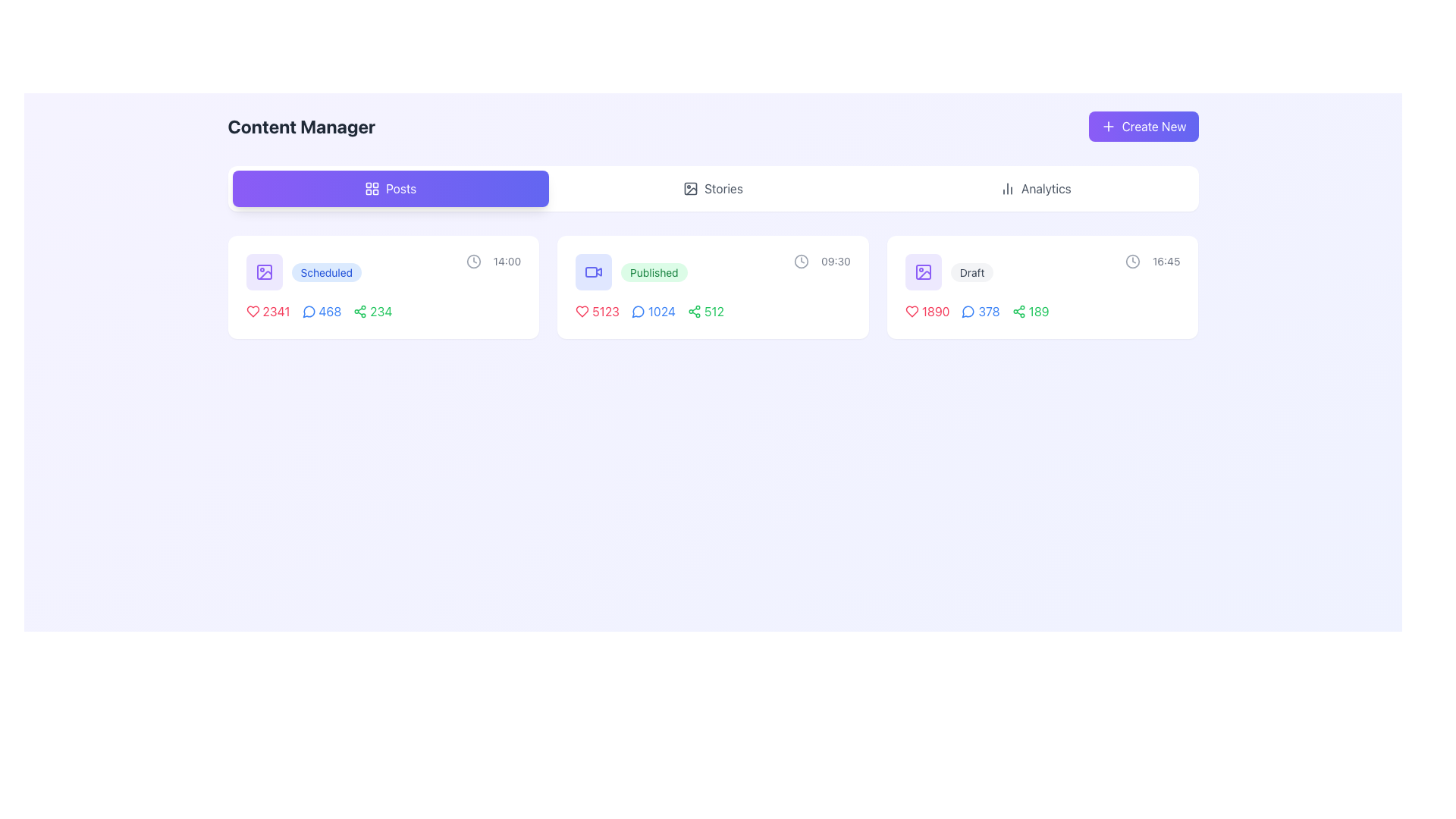  I want to click on displayed number of likes or favorites from the Counter with the red heart icon, located to the left of the blue speech bubble icon containing the number '1024', so click(596, 311).